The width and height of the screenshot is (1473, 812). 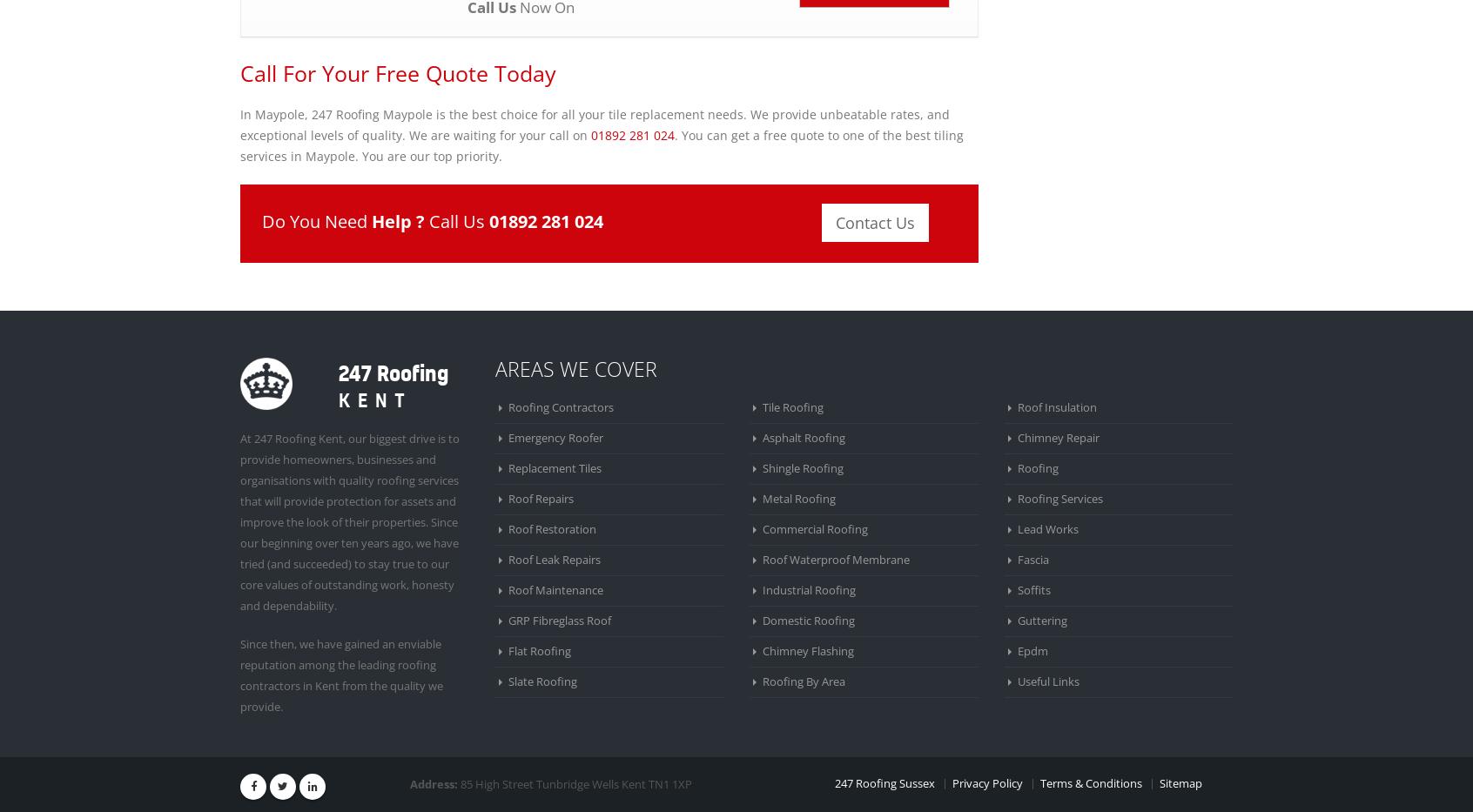 What do you see at coordinates (1180, 782) in the screenshot?
I see `'Sitemap'` at bounding box center [1180, 782].